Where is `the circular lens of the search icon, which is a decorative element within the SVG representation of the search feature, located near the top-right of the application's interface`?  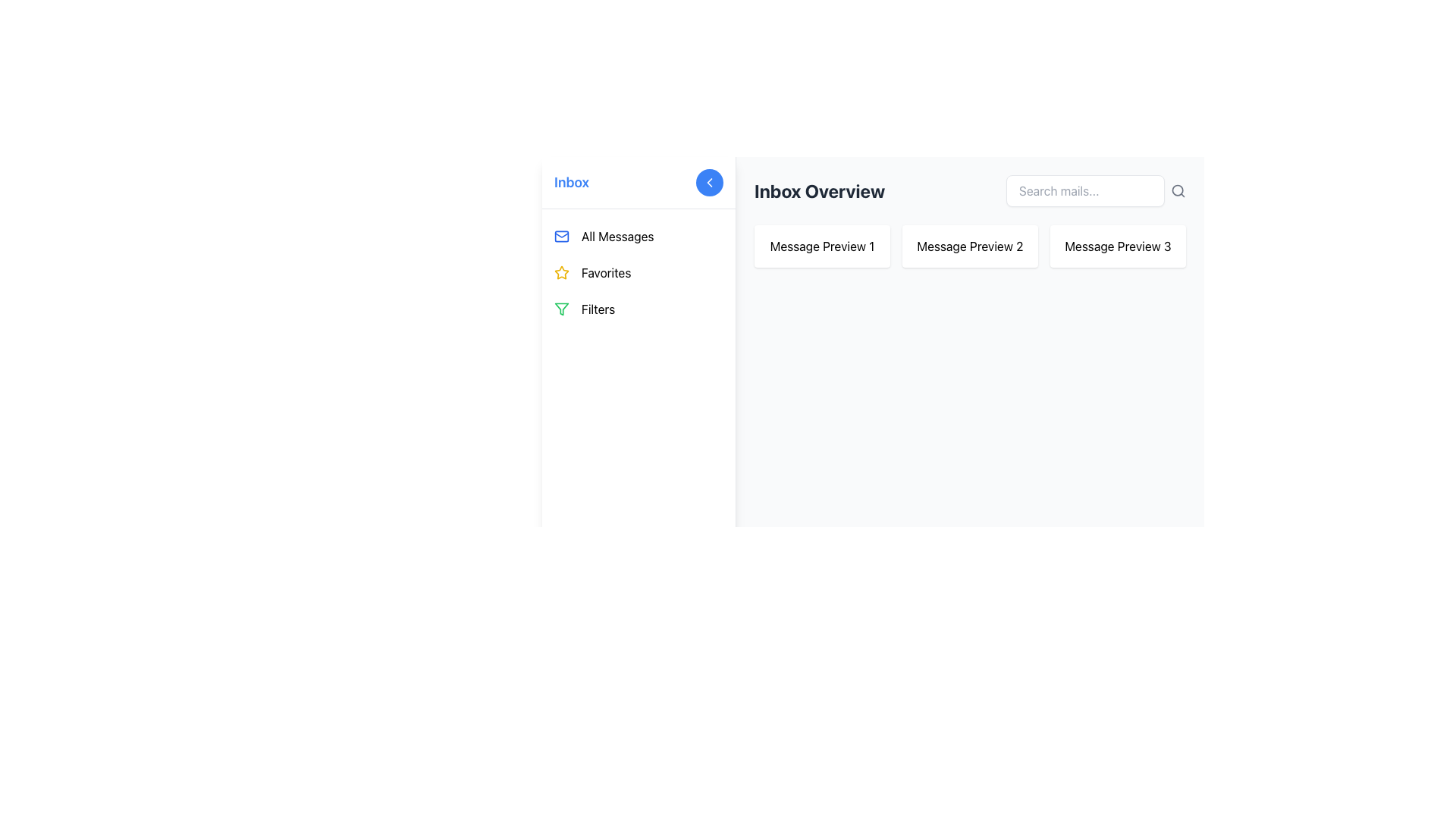
the circular lens of the search icon, which is a decorative element within the SVG representation of the search feature, located near the top-right of the application's interface is located at coordinates (1177, 190).